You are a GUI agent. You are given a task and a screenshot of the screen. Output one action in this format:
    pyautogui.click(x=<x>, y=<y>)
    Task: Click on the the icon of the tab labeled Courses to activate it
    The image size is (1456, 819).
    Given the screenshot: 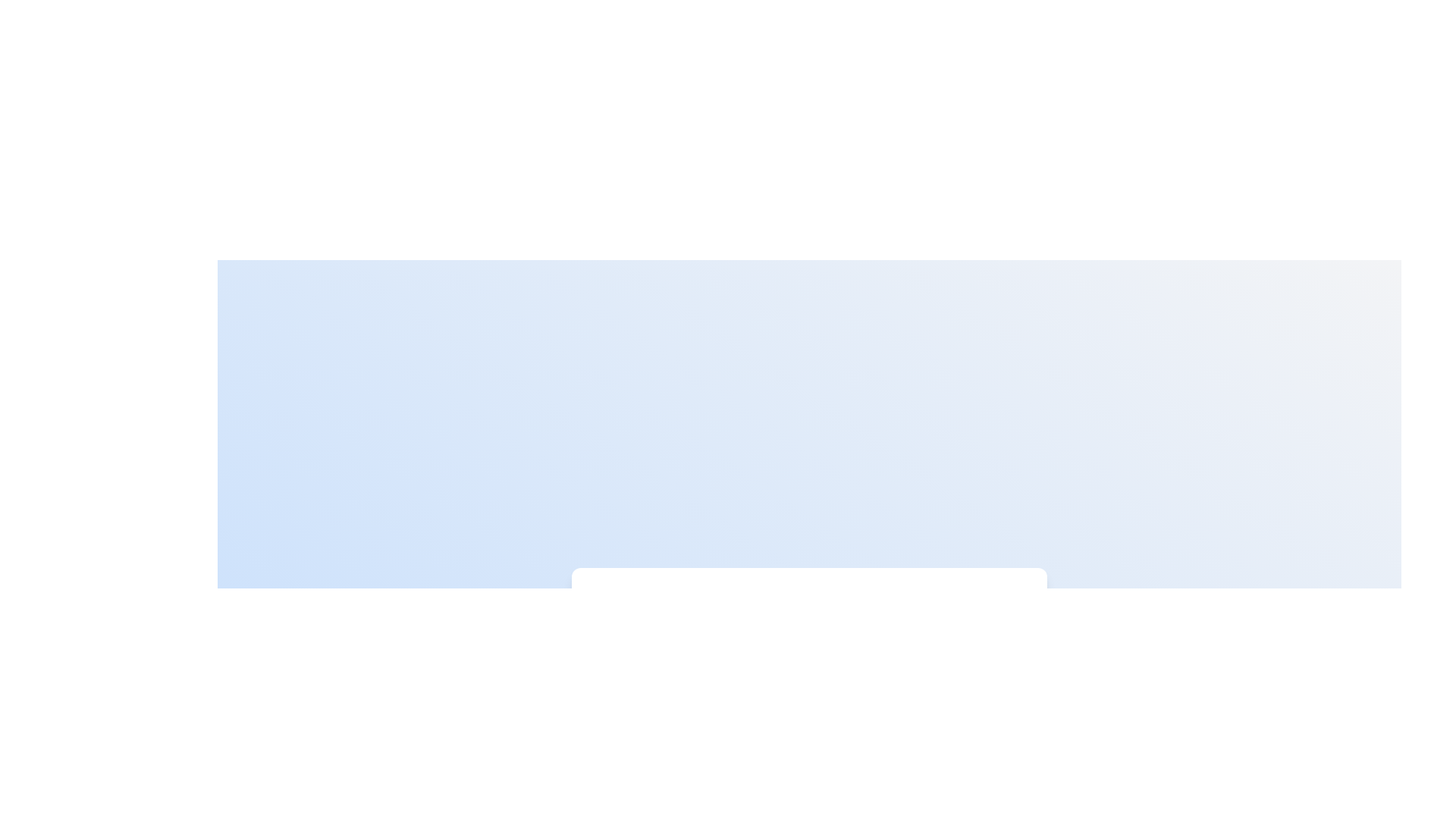 What is the action you would take?
    pyautogui.click(x=742, y=610)
    